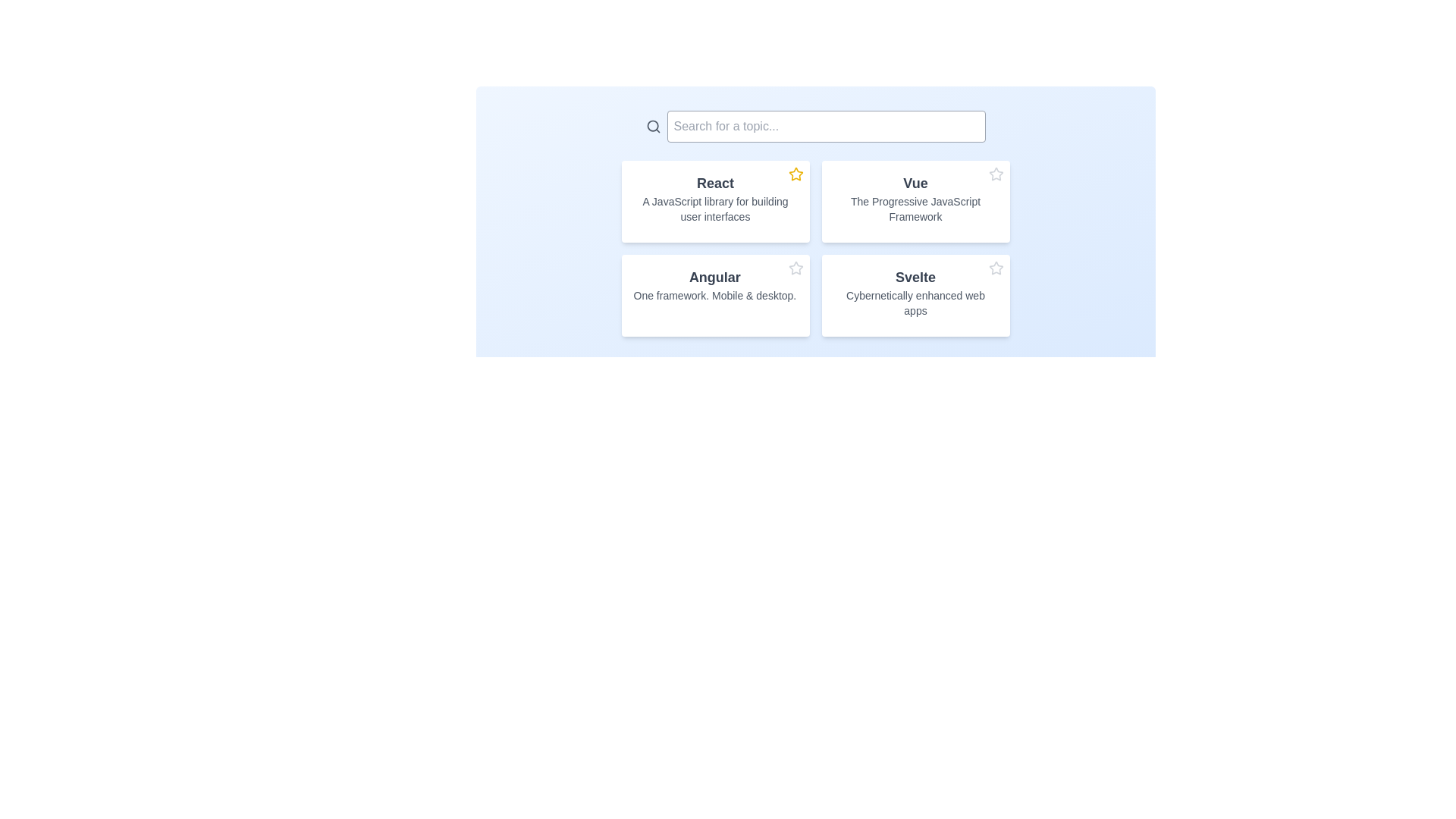  What do you see at coordinates (996, 267) in the screenshot?
I see `the star-shaped icon with a thin stroke in gray color located in the top-right corner of the card labeled 'Svelte'` at bounding box center [996, 267].